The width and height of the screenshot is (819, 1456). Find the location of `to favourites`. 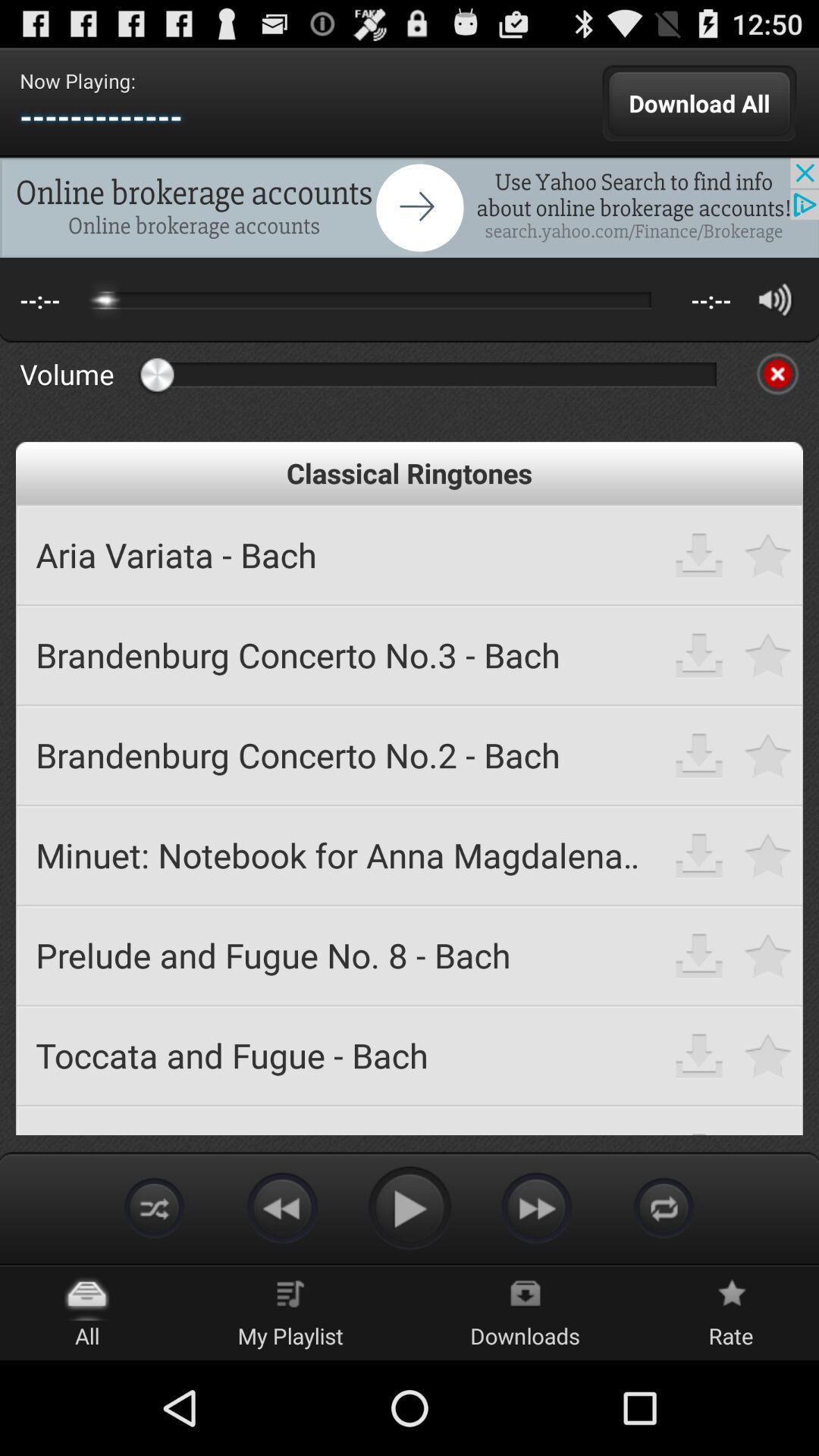

to favourites is located at coordinates (768, 755).